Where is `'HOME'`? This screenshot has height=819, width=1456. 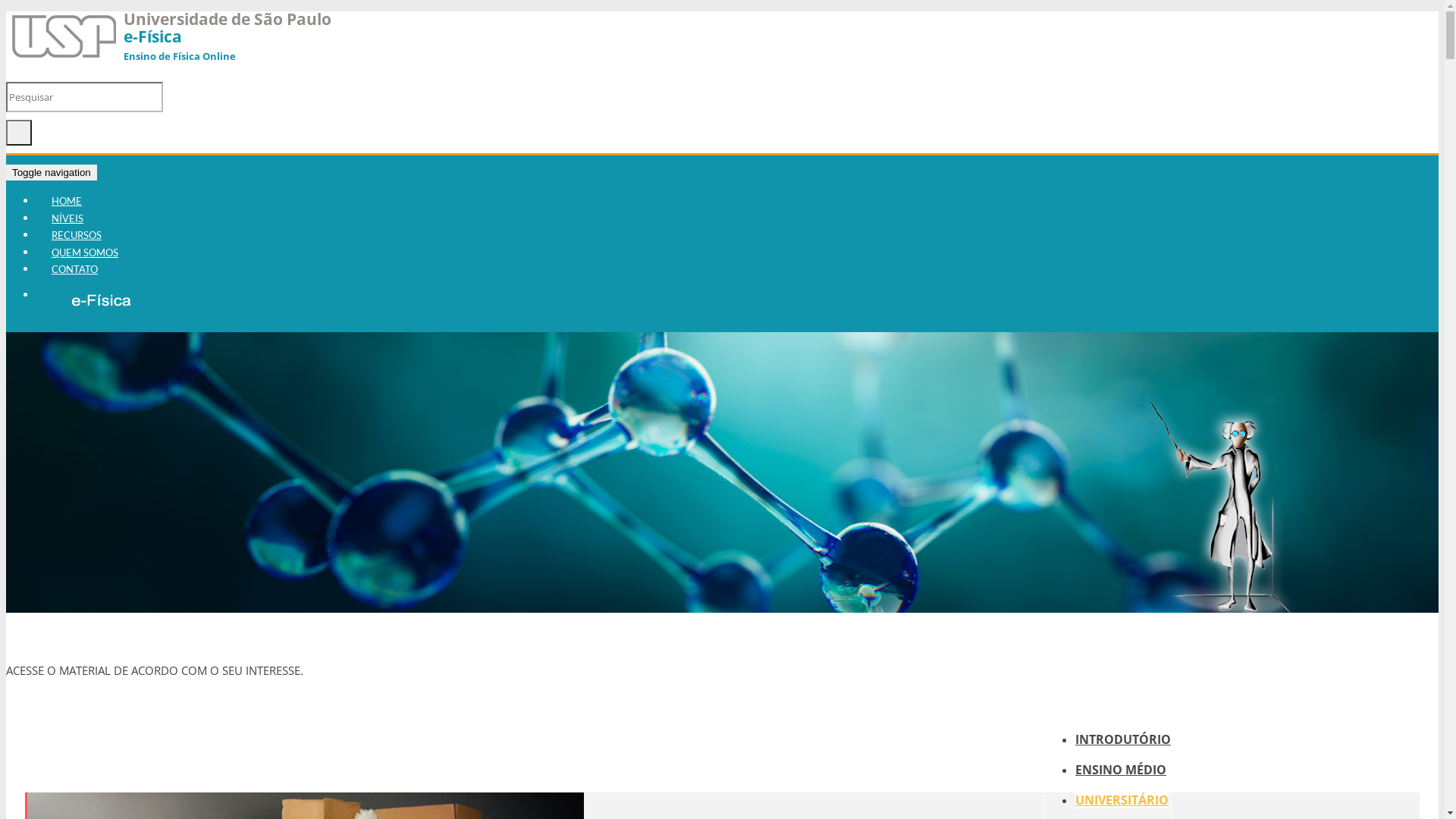 'HOME' is located at coordinates (65, 200).